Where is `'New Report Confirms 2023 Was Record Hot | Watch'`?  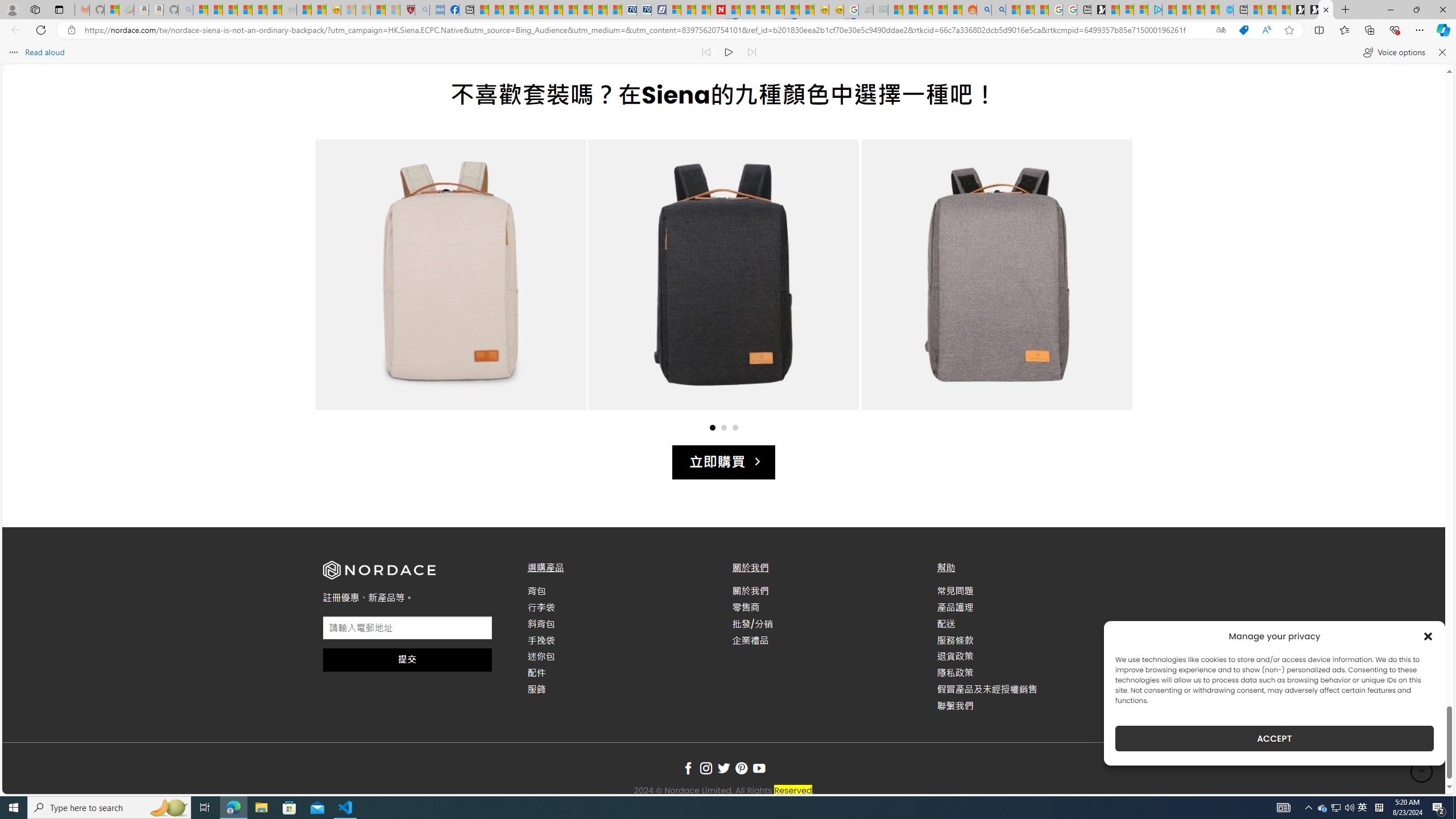
'New Report Confirms 2023 Was Record Hot | Watch' is located at coordinates (259, 9).